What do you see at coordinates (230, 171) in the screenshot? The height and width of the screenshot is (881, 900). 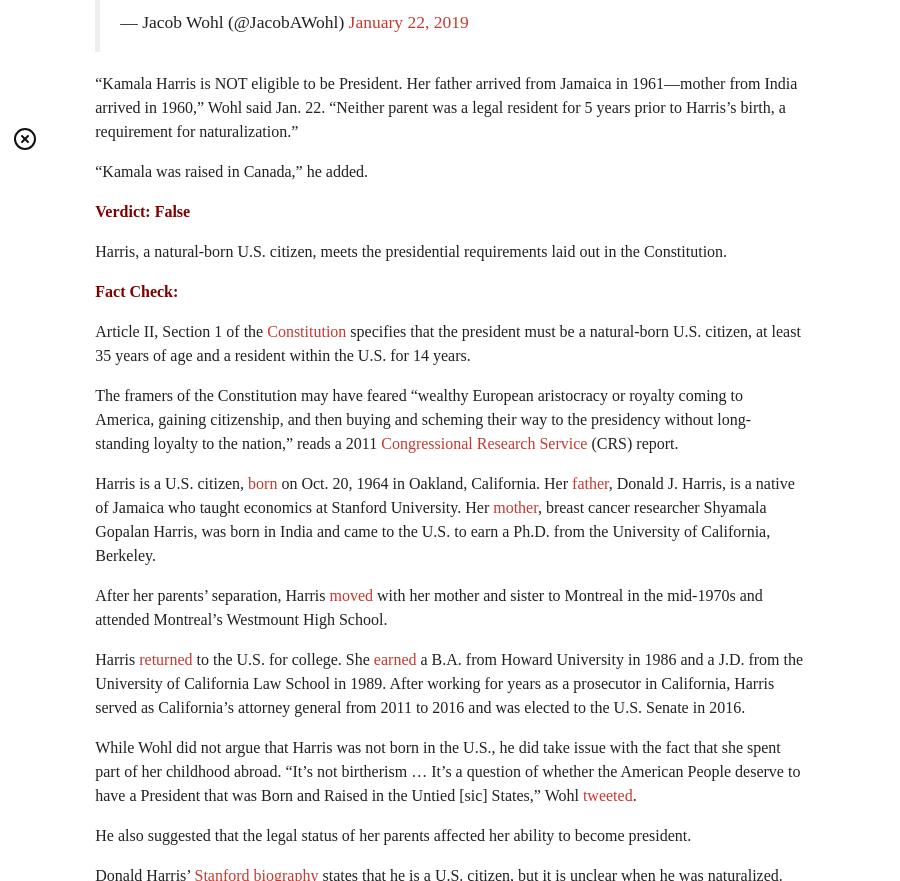 I see `'“Kamala was raised in Canada,” he added.'` at bounding box center [230, 171].